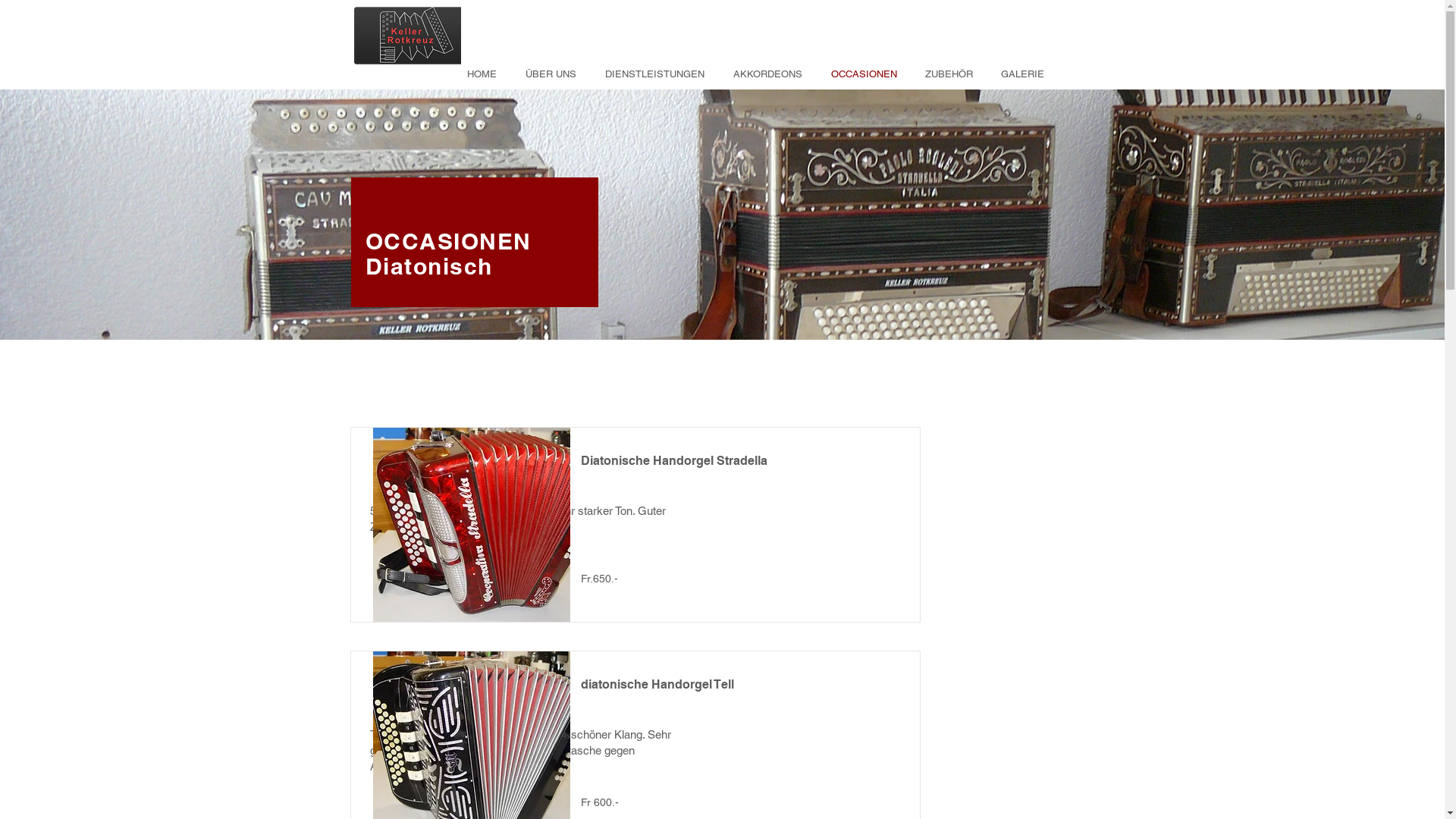 The height and width of the screenshot is (819, 1456). I want to click on 'HOME', so click(447, 74).